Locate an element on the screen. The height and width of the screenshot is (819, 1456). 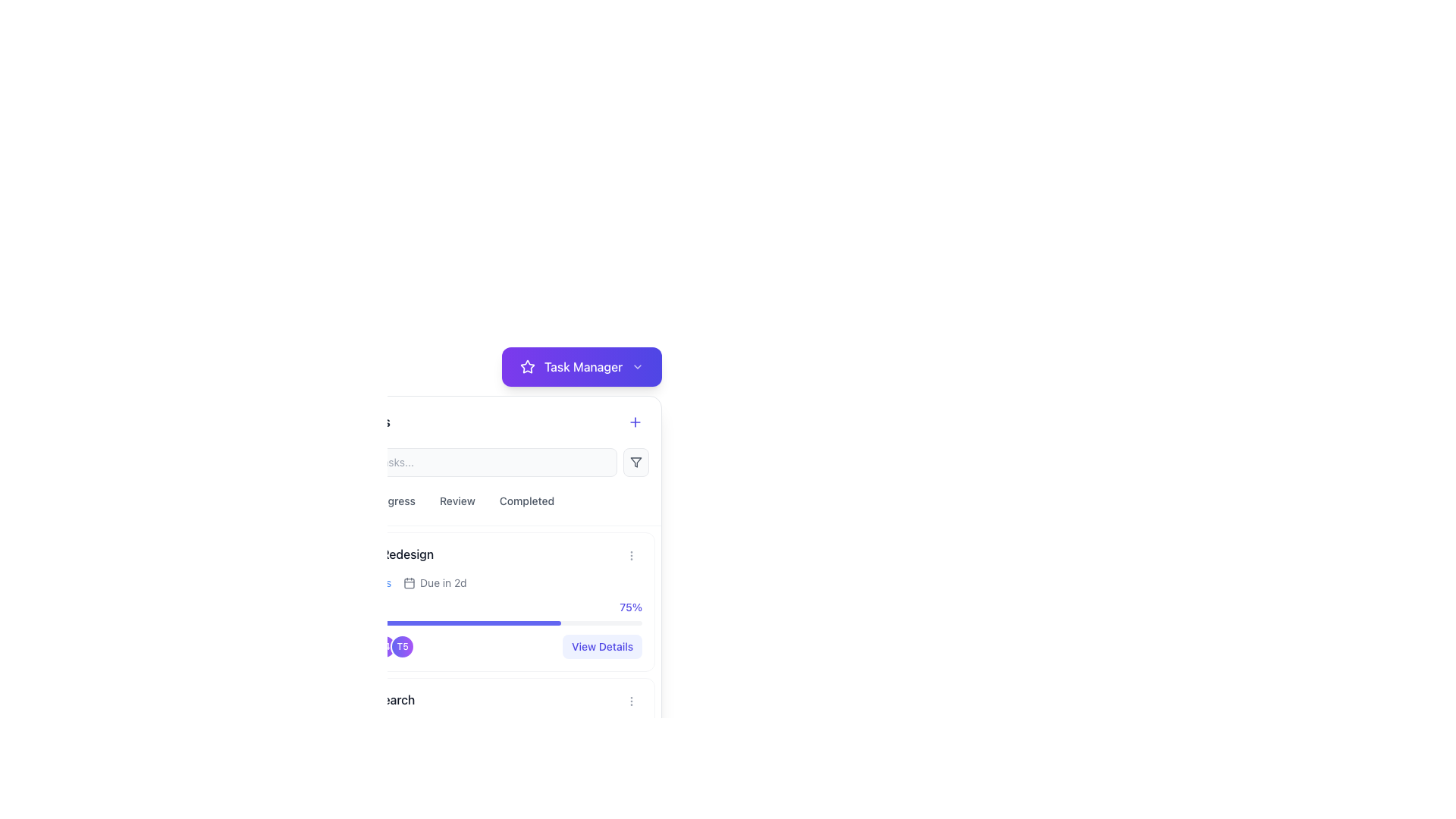
the fourth button in the row under the label 'All' is located at coordinates (527, 500).